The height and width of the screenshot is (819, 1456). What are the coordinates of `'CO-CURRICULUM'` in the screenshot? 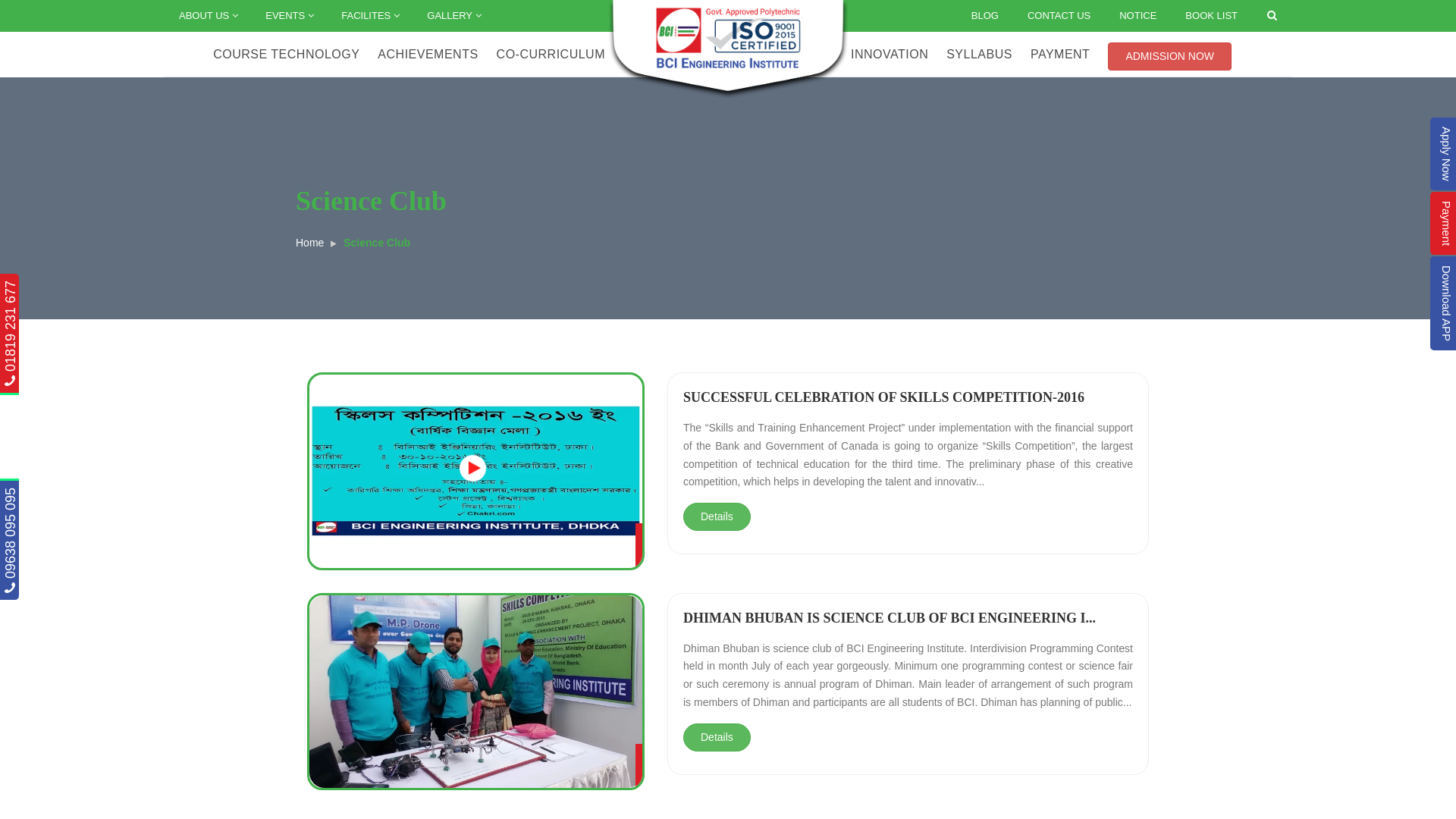 It's located at (550, 55).